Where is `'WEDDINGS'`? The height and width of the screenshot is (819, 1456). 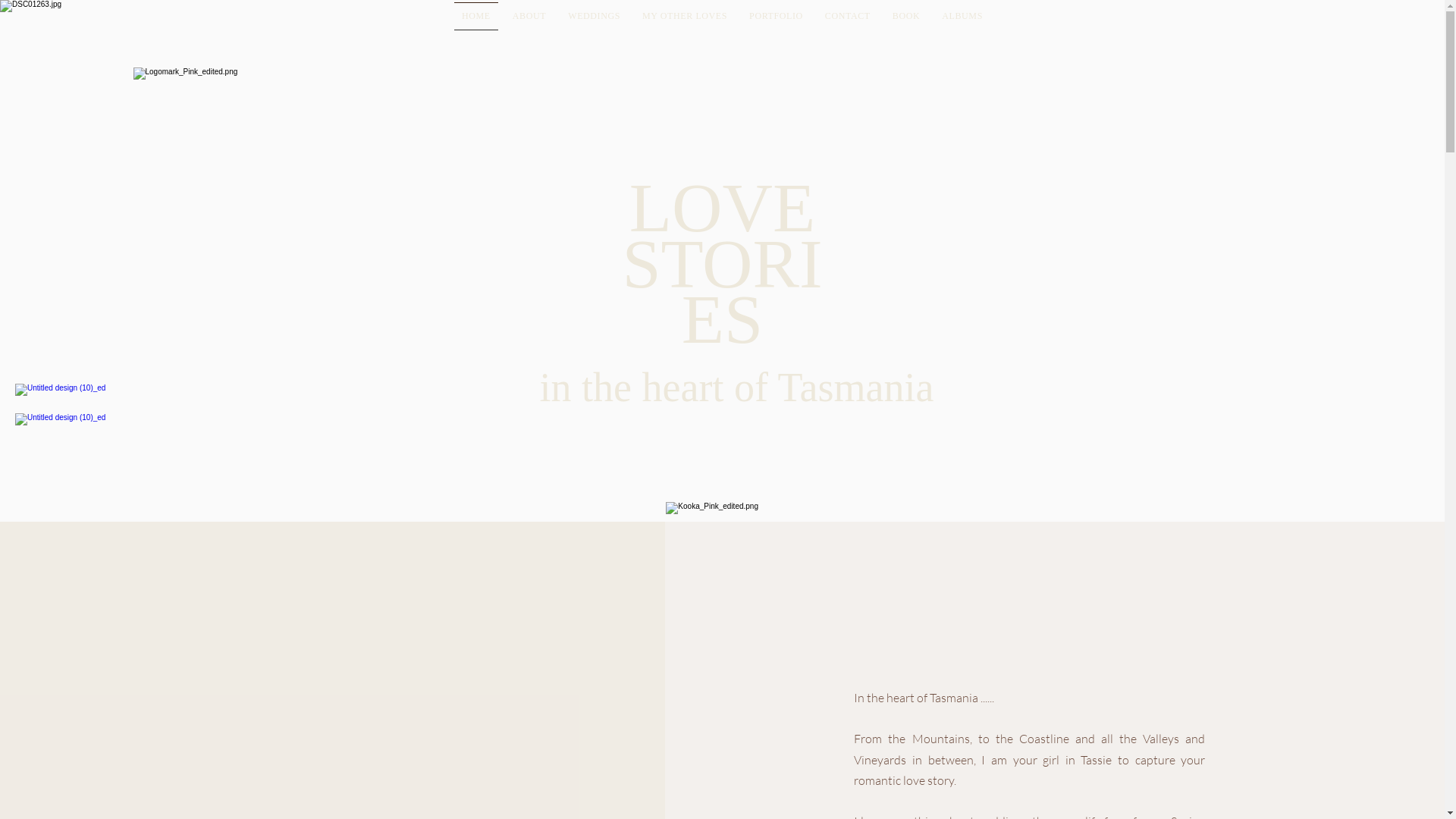
'WEDDINGS' is located at coordinates (593, 16).